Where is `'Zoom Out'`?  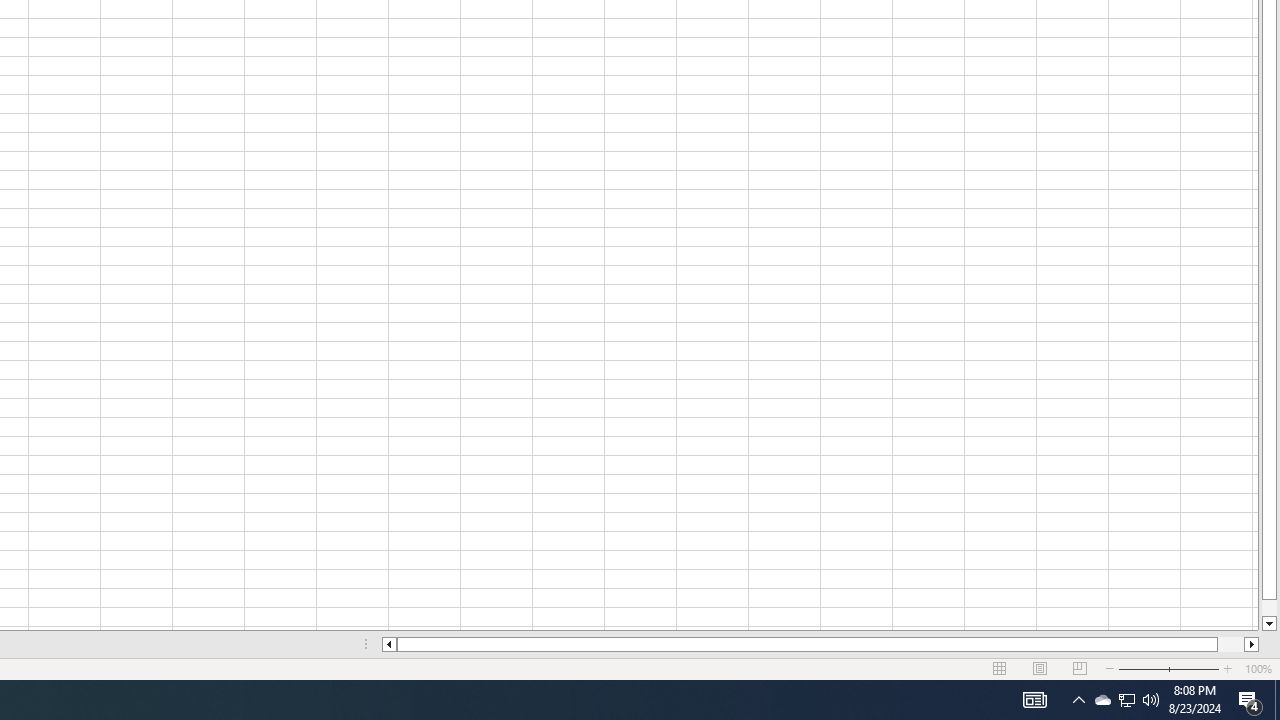
'Zoom Out' is located at coordinates (1143, 669).